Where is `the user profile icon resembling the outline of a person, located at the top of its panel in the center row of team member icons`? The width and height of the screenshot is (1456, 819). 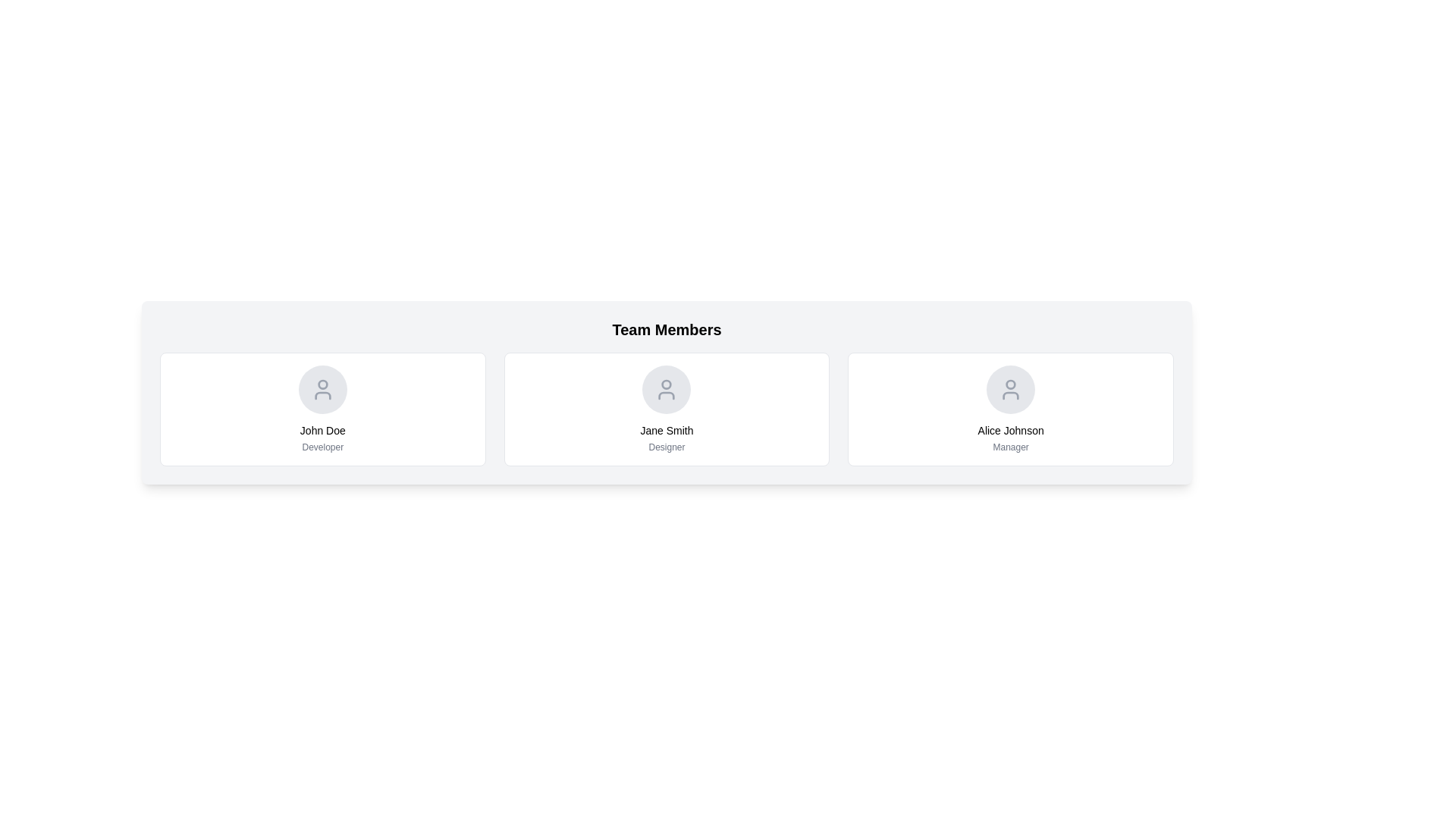
the user profile icon resembling the outline of a person, located at the top of its panel in the center row of team member icons is located at coordinates (667, 388).